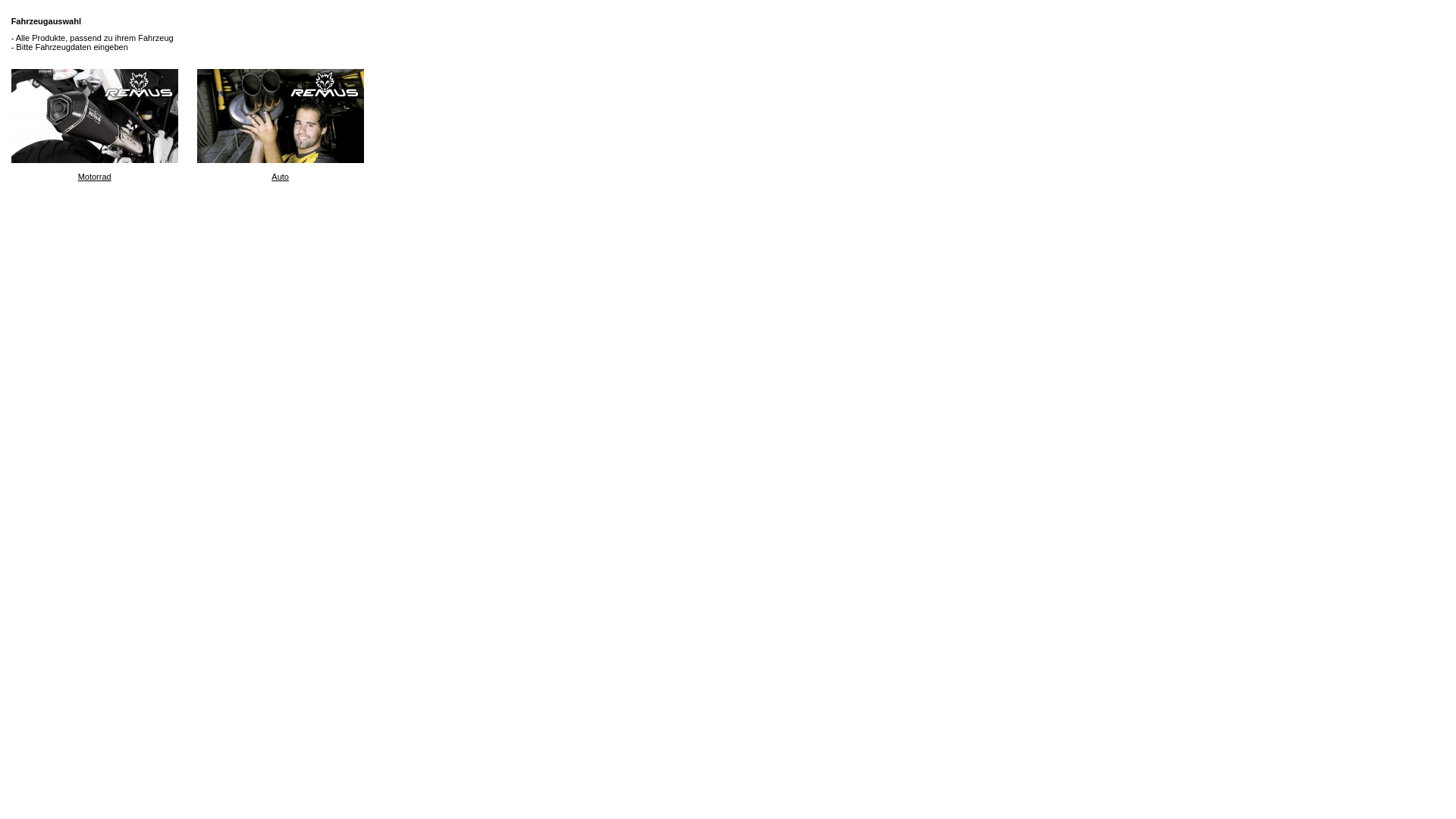  Describe the element at coordinates (280, 124) in the screenshot. I see `'Auto'` at that location.